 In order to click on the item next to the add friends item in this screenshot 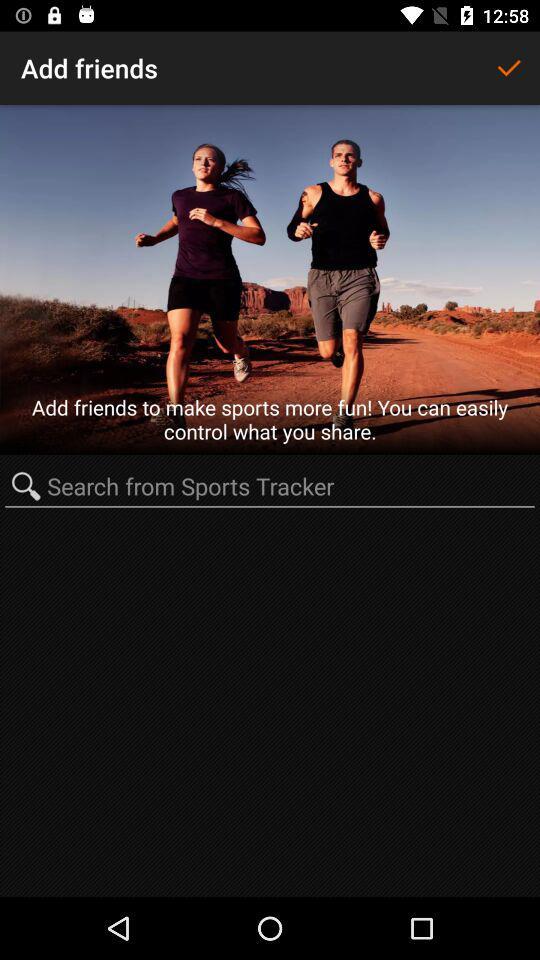, I will do `click(508, 68)`.